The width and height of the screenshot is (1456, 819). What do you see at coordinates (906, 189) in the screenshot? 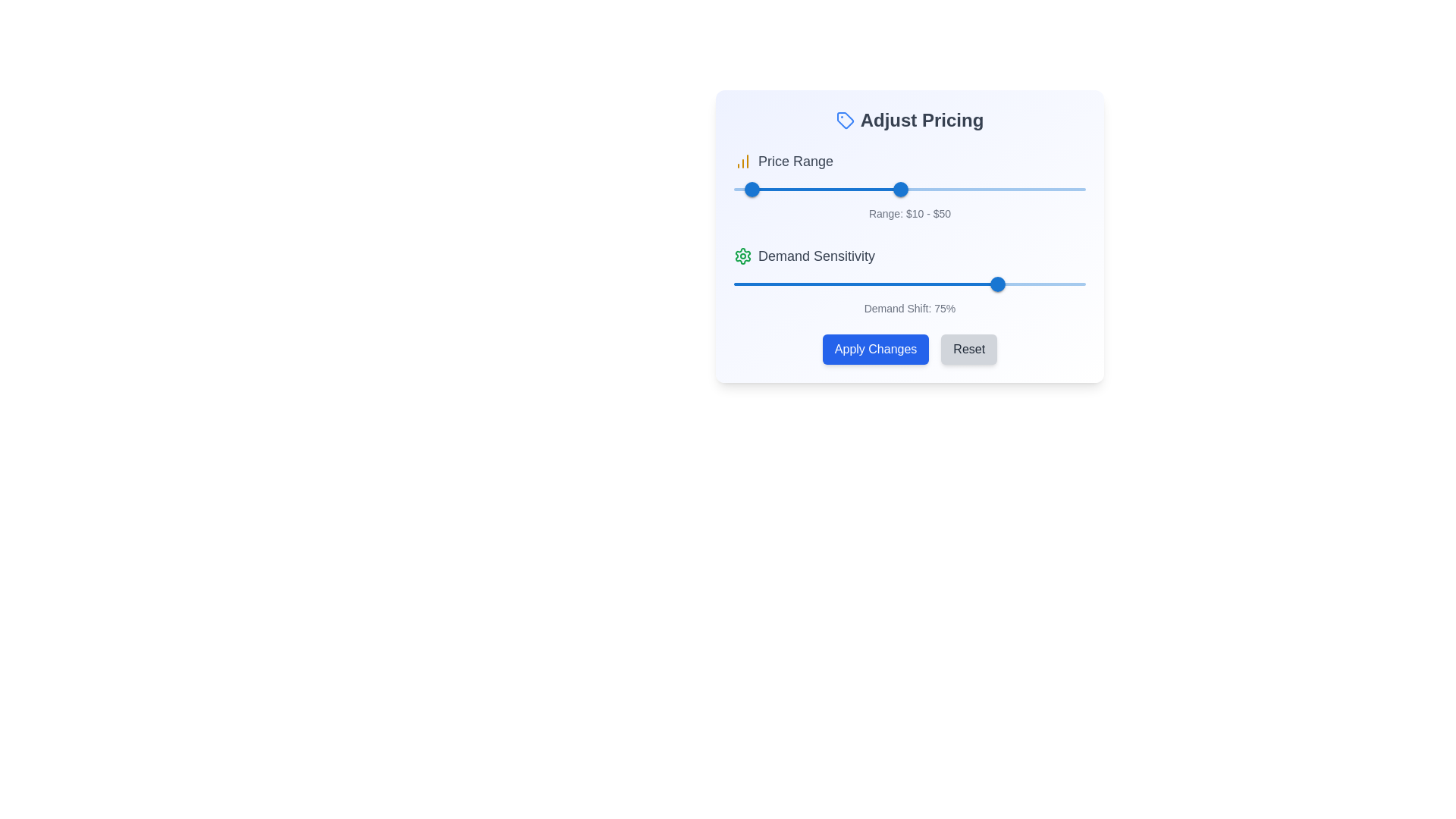
I see `the price range slider` at bounding box center [906, 189].